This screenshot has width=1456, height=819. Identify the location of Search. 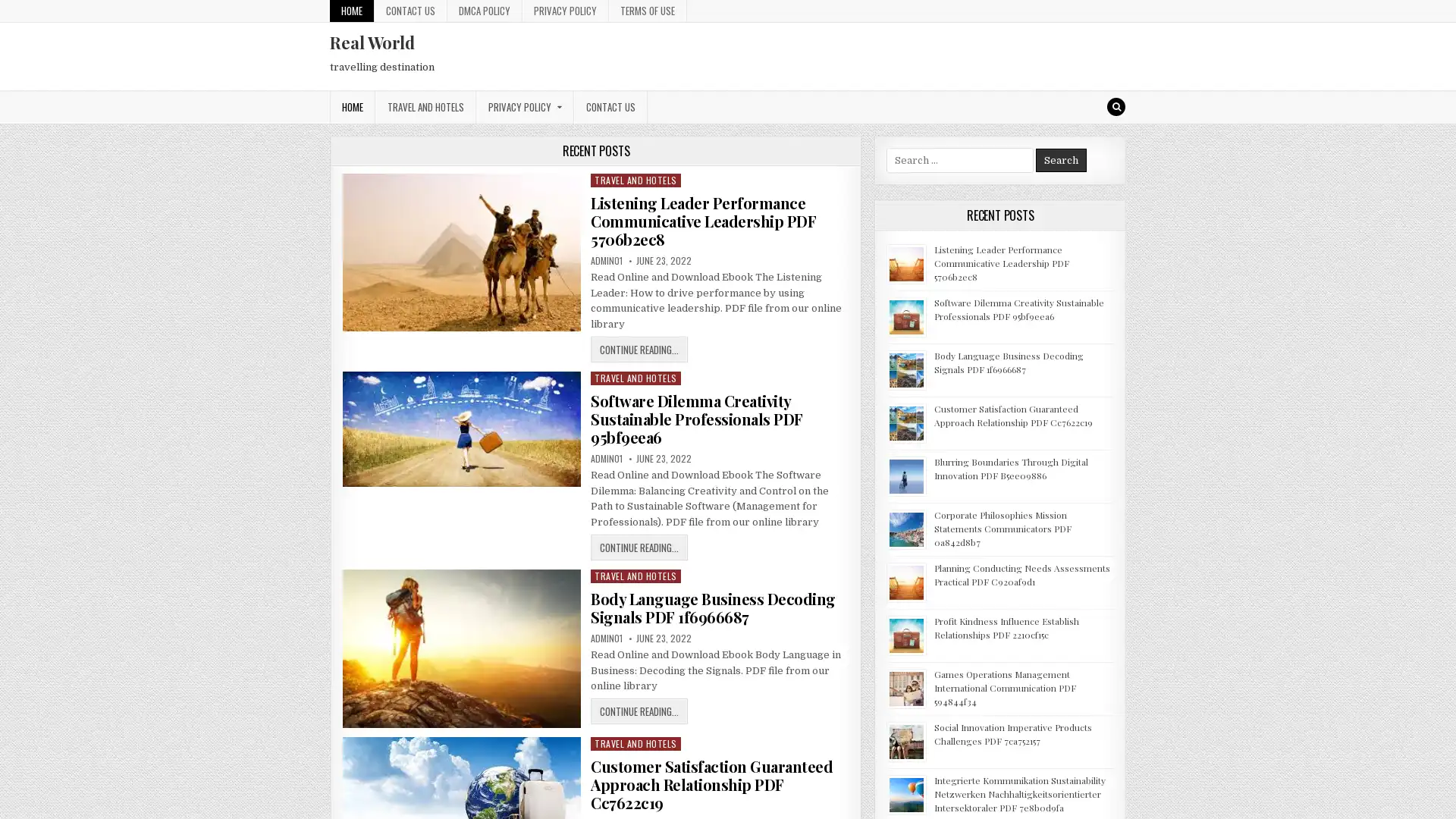
(1060, 160).